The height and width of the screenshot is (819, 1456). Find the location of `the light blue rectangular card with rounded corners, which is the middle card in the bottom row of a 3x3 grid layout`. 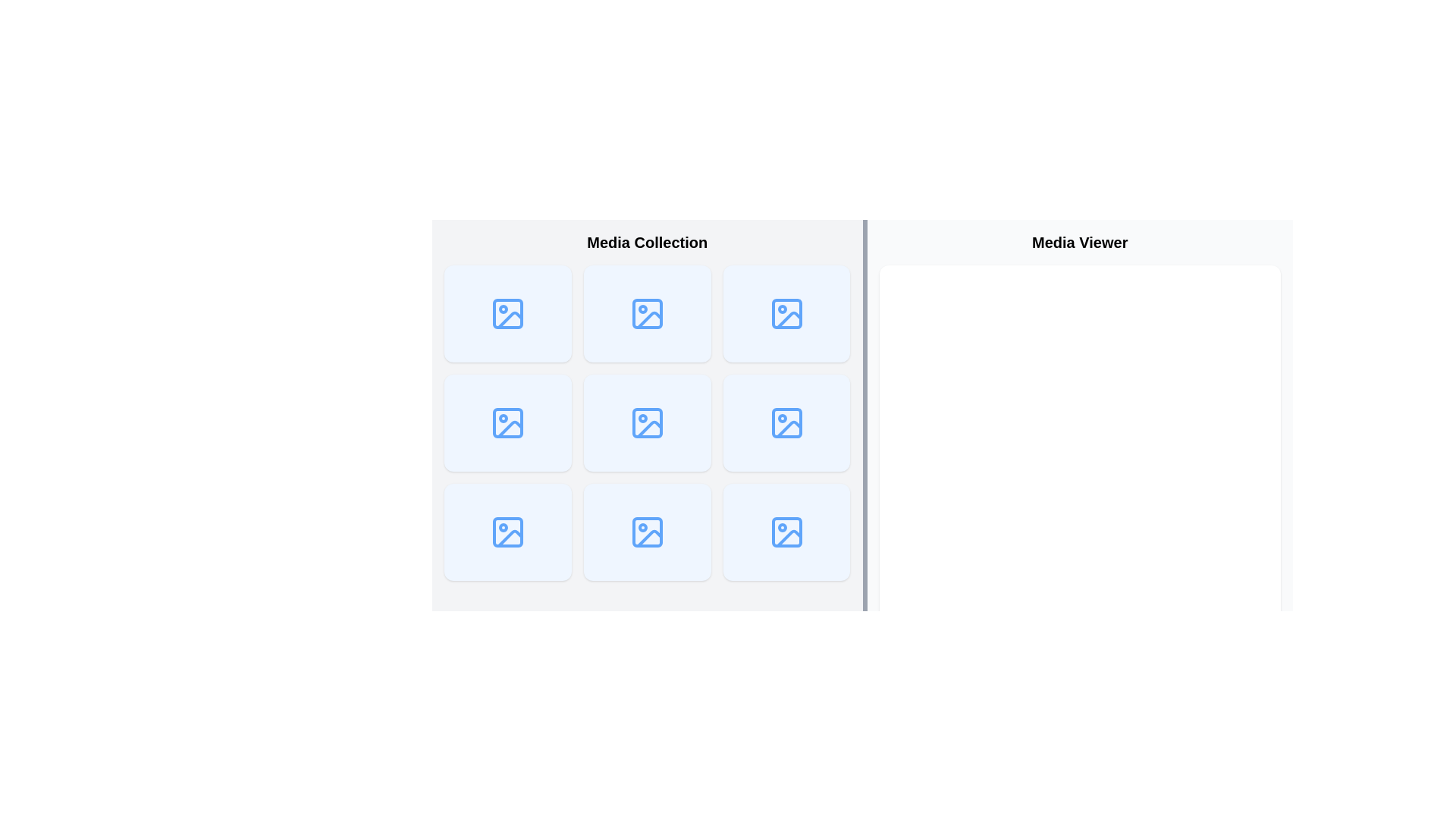

the light blue rectangular card with rounded corners, which is the middle card in the bottom row of a 3x3 grid layout is located at coordinates (647, 532).